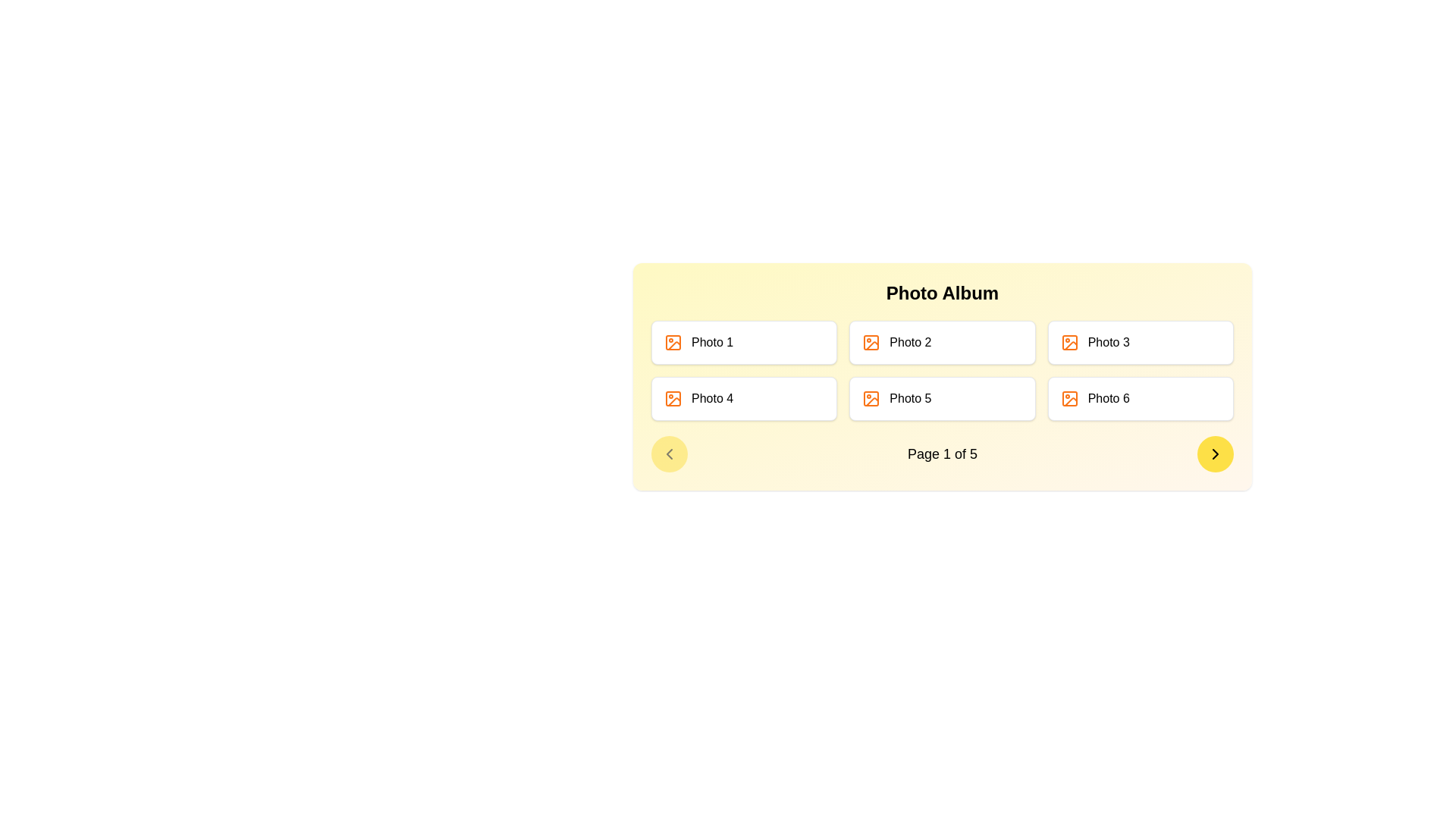 The width and height of the screenshot is (1456, 819). I want to click on text from the Text Label located in the second row and first column under the 'Photo Album' section, directly below the 'Photo 1' label, so click(711, 397).